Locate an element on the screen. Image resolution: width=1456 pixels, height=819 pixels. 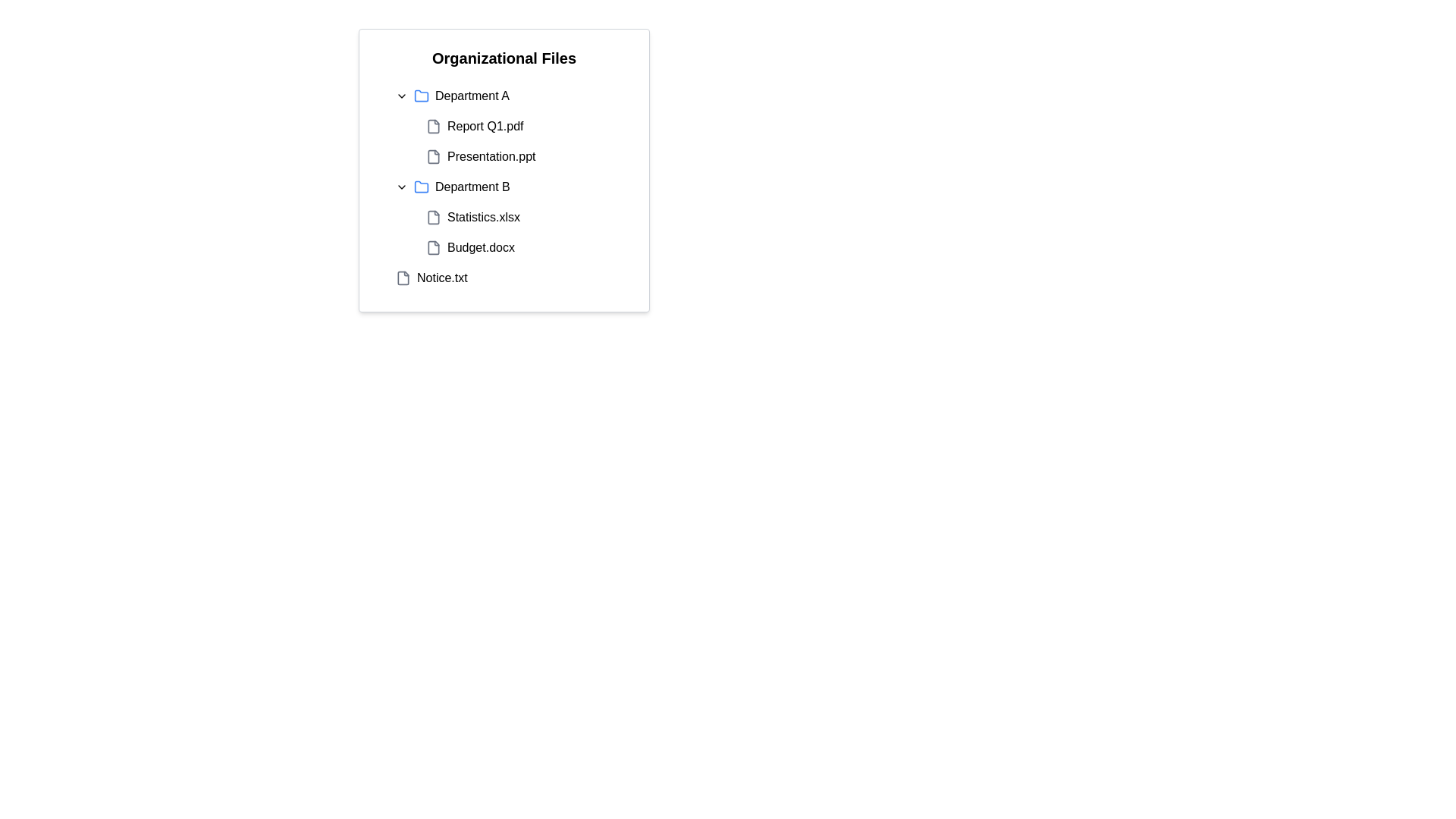
the folder in the list of items under the title 'Organizational Files' is located at coordinates (504, 186).